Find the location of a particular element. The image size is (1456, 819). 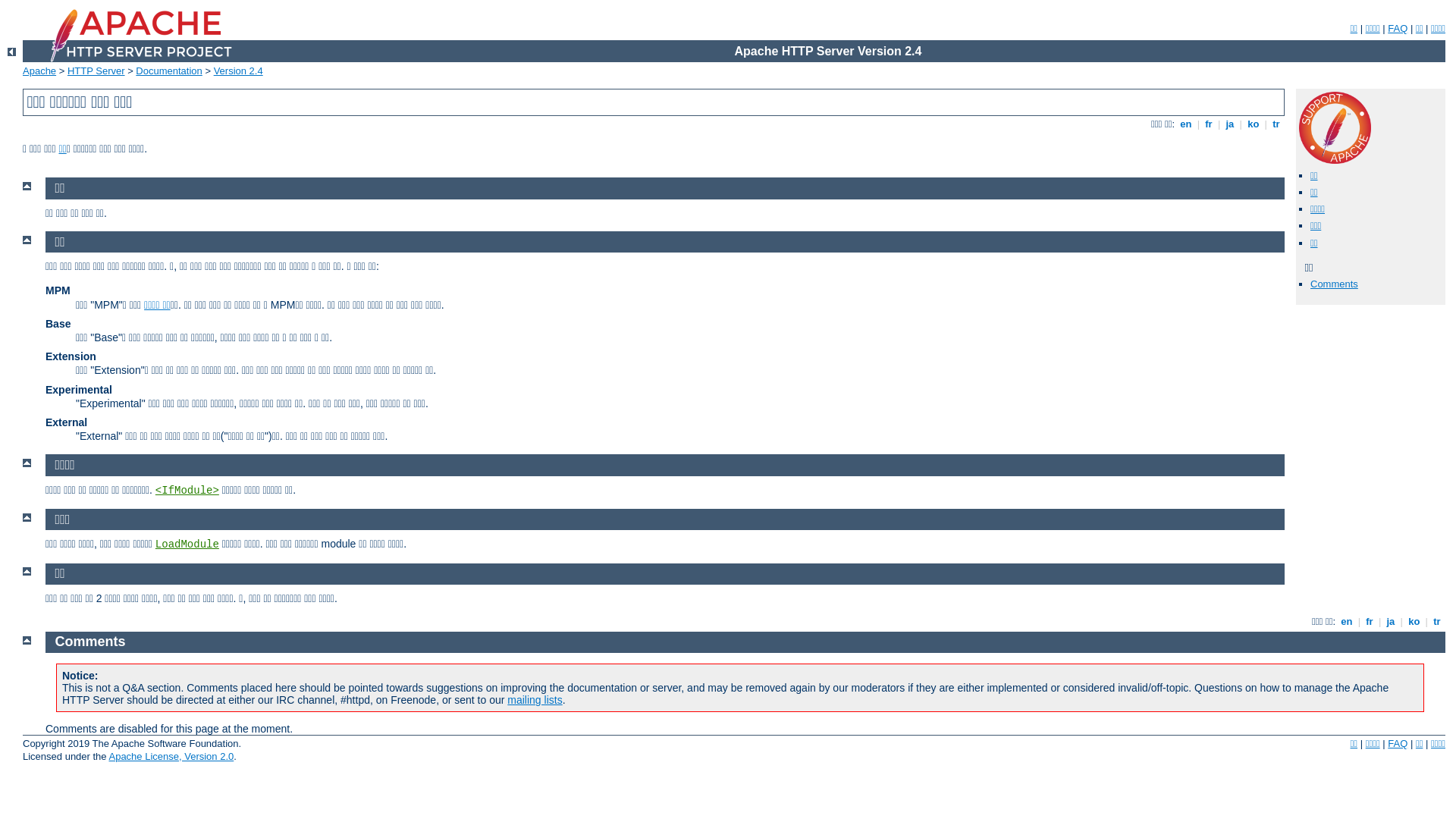

'LoadModule' is located at coordinates (186, 543).